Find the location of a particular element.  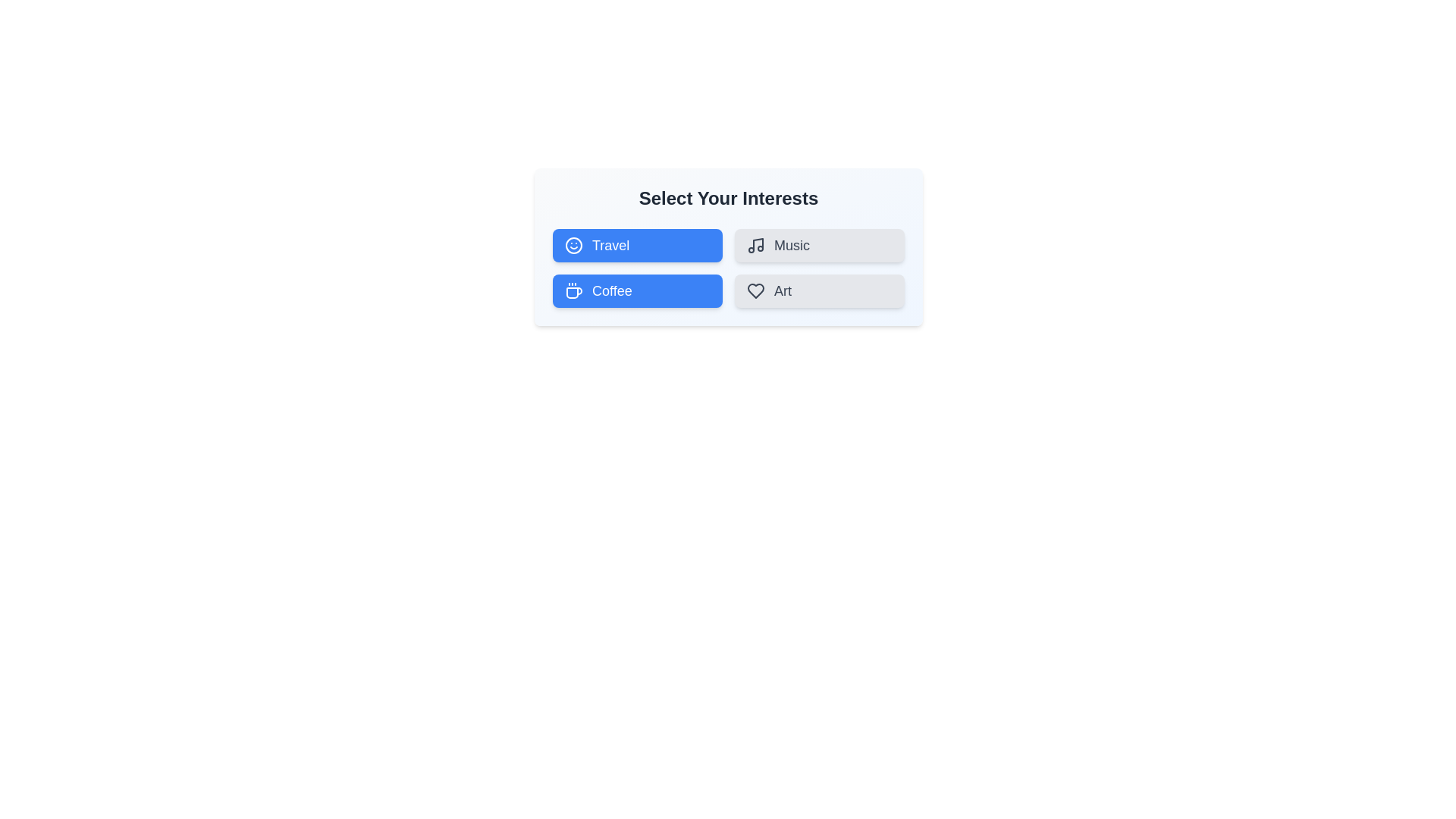

the interest Art by clicking its button is located at coordinates (818, 291).